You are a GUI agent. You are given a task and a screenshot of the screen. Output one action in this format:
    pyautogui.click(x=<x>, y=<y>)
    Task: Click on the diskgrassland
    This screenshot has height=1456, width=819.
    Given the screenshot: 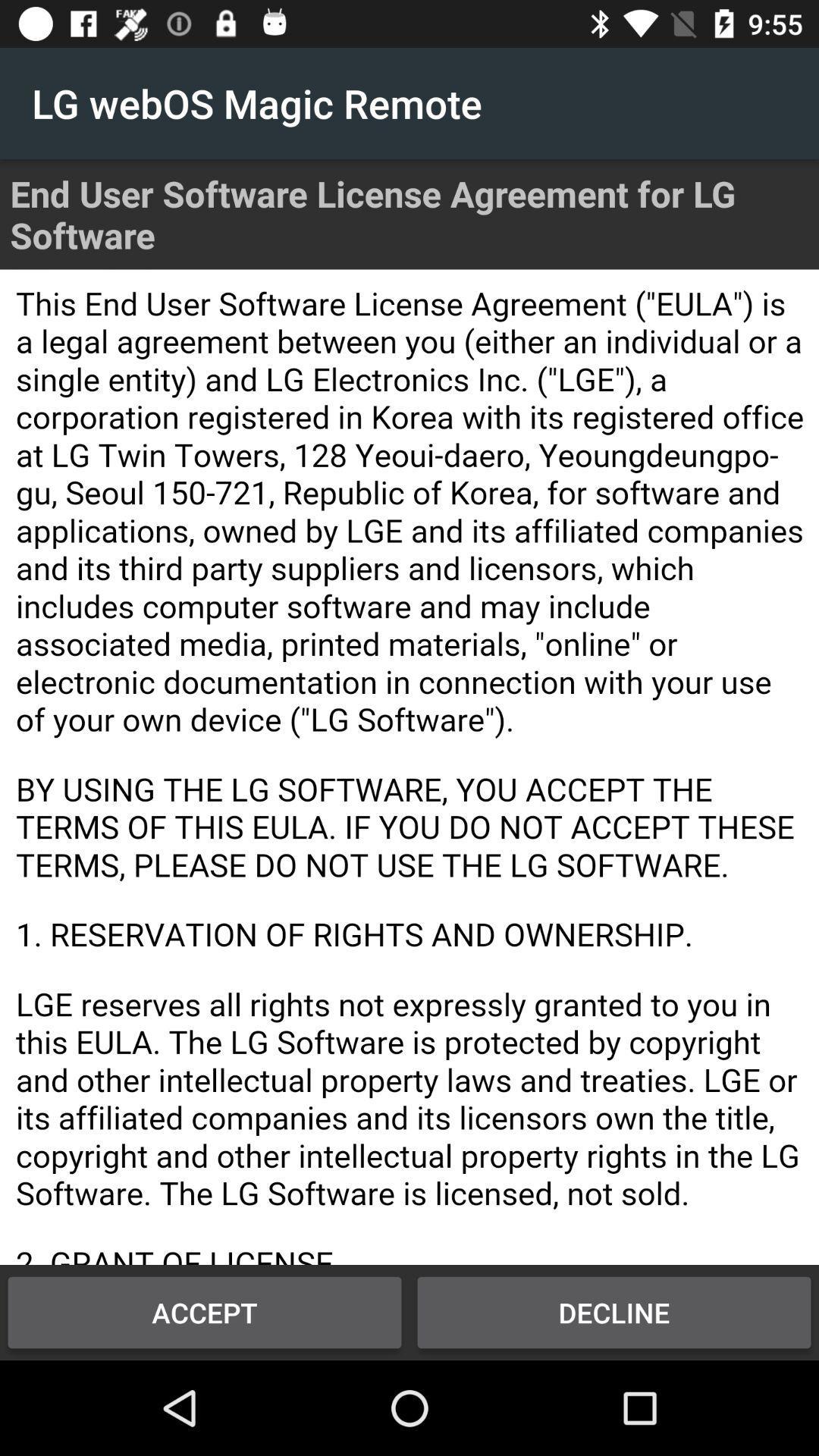 What is the action you would take?
    pyautogui.click(x=409, y=767)
    